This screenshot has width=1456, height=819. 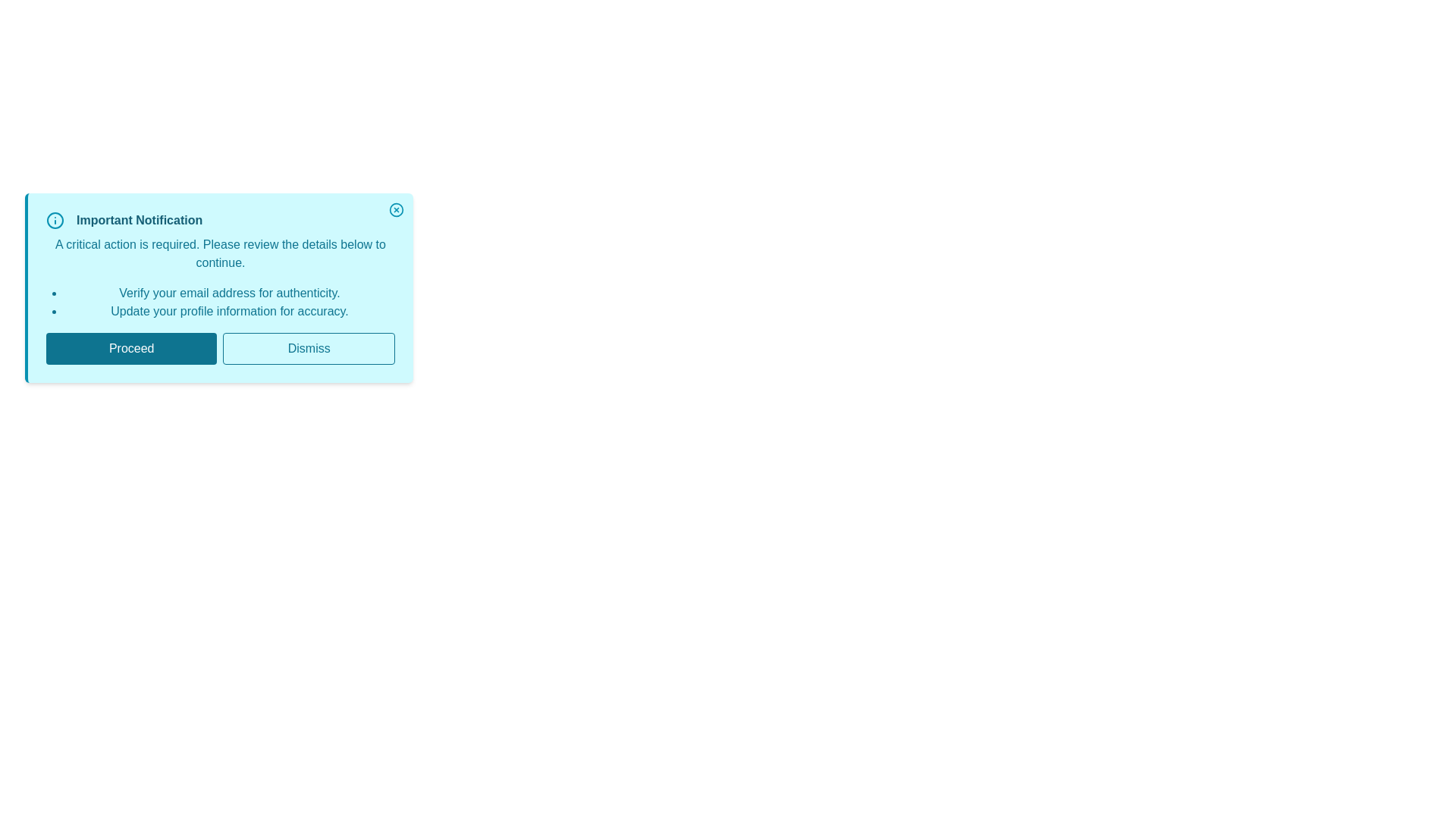 What do you see at coordinates (131, 348) in the screenshot?
I see `the Proceed button to observe its hover effect` at bounding box center [131, 348].